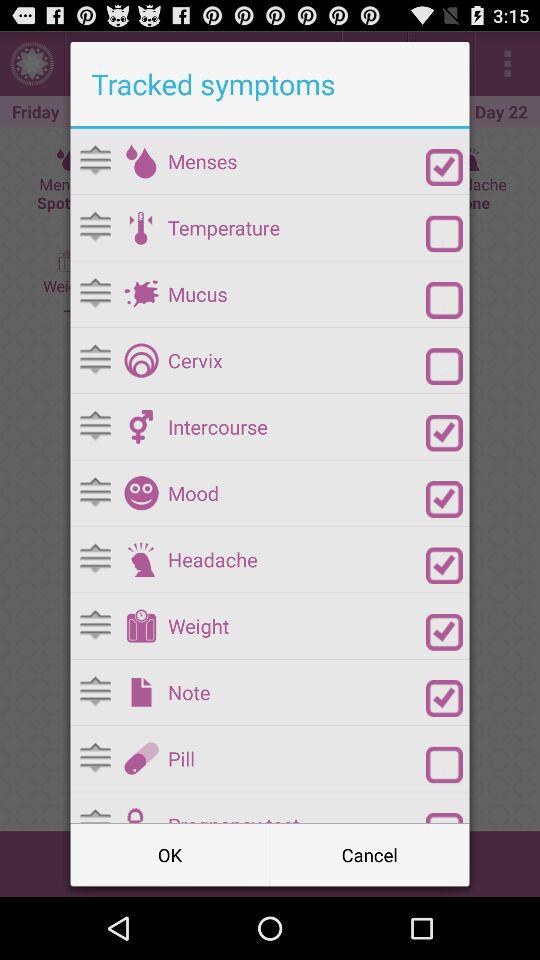  I want to click on the icon below the pregnancy test item, so click(368, 853).